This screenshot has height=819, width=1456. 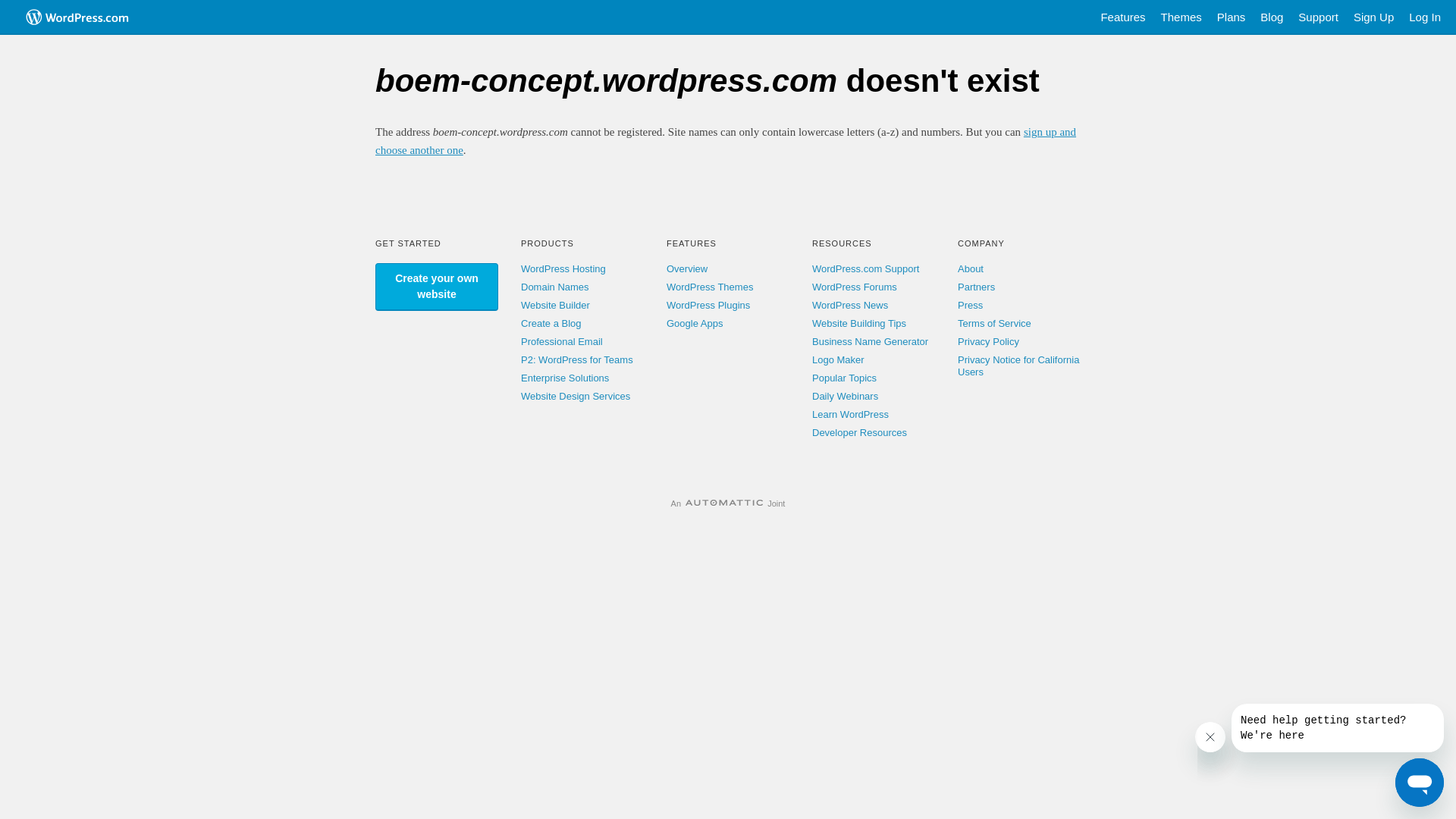 What do you see at coordinates (1317, 17) in the screenshot?
I see `'Support'` at bounding box center [1317, 17].